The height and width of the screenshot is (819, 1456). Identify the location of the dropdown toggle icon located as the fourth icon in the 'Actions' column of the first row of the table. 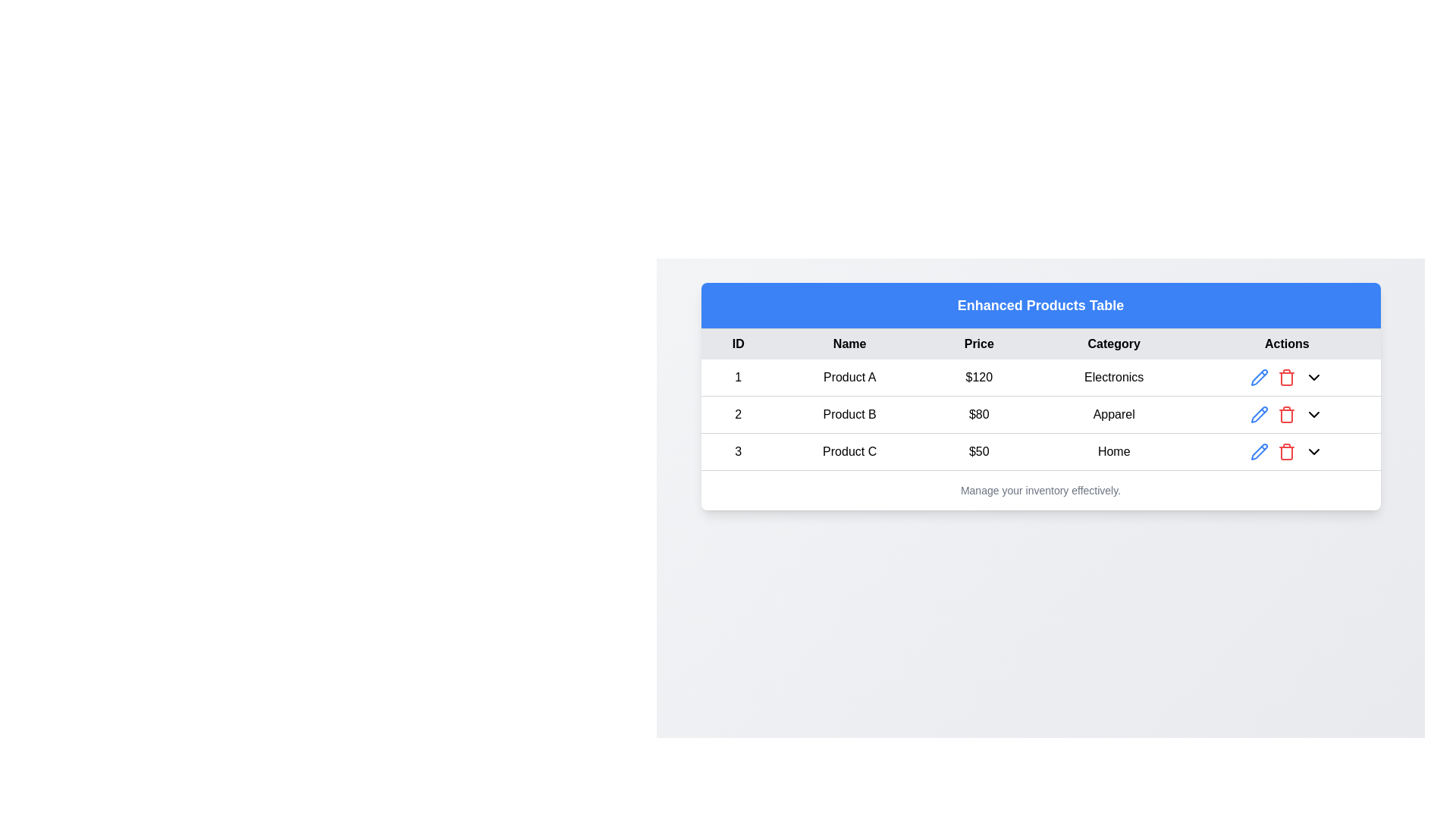
(1313, 376).